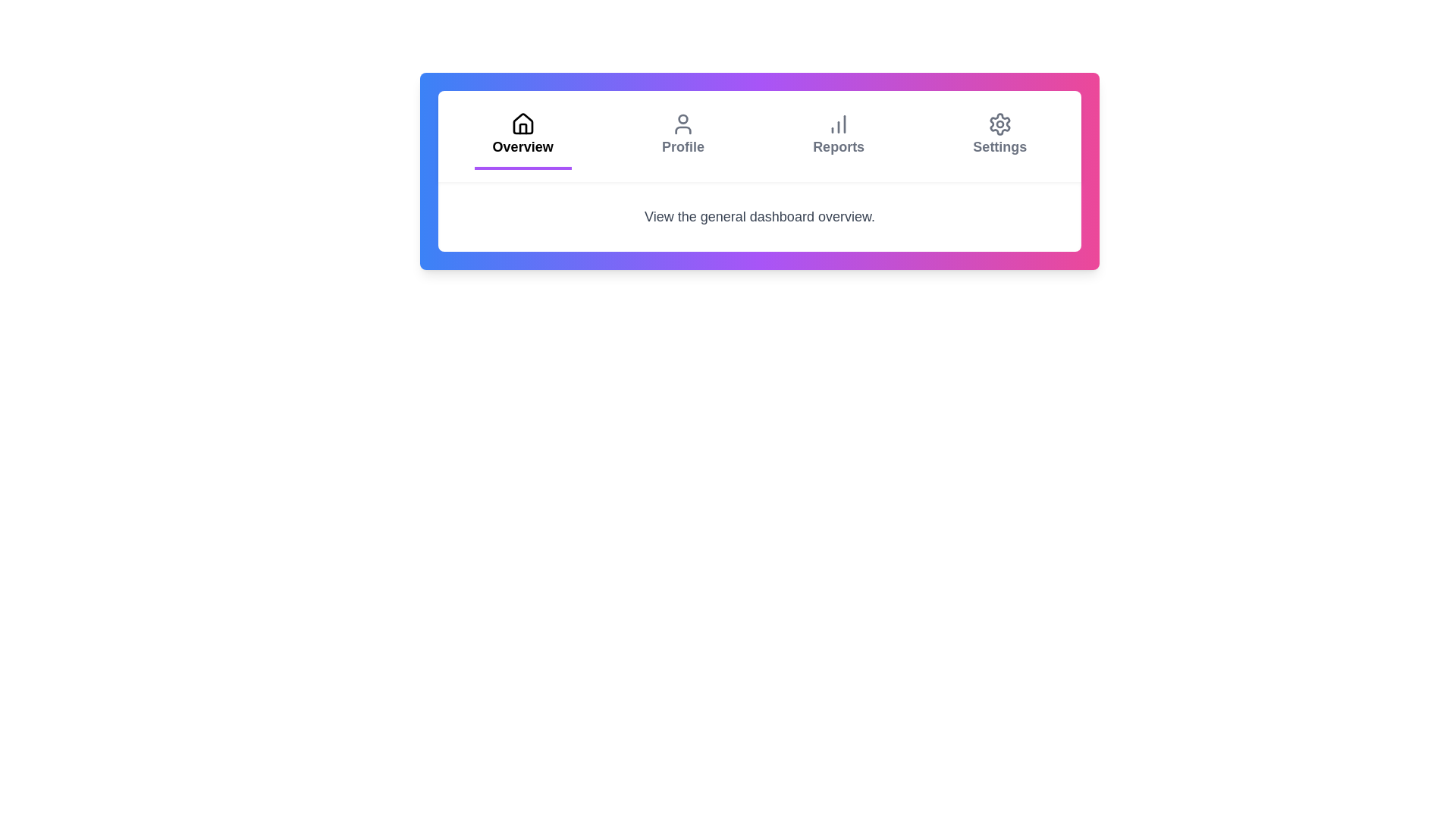 This screenshot has height=819, width=1456. What do you see at coordinates (682, 124) in the screenshot?
I see `the user-shaped icon in dark gray color above the word 'Profile' in the navigation bar` at bounding box center [682, 124].